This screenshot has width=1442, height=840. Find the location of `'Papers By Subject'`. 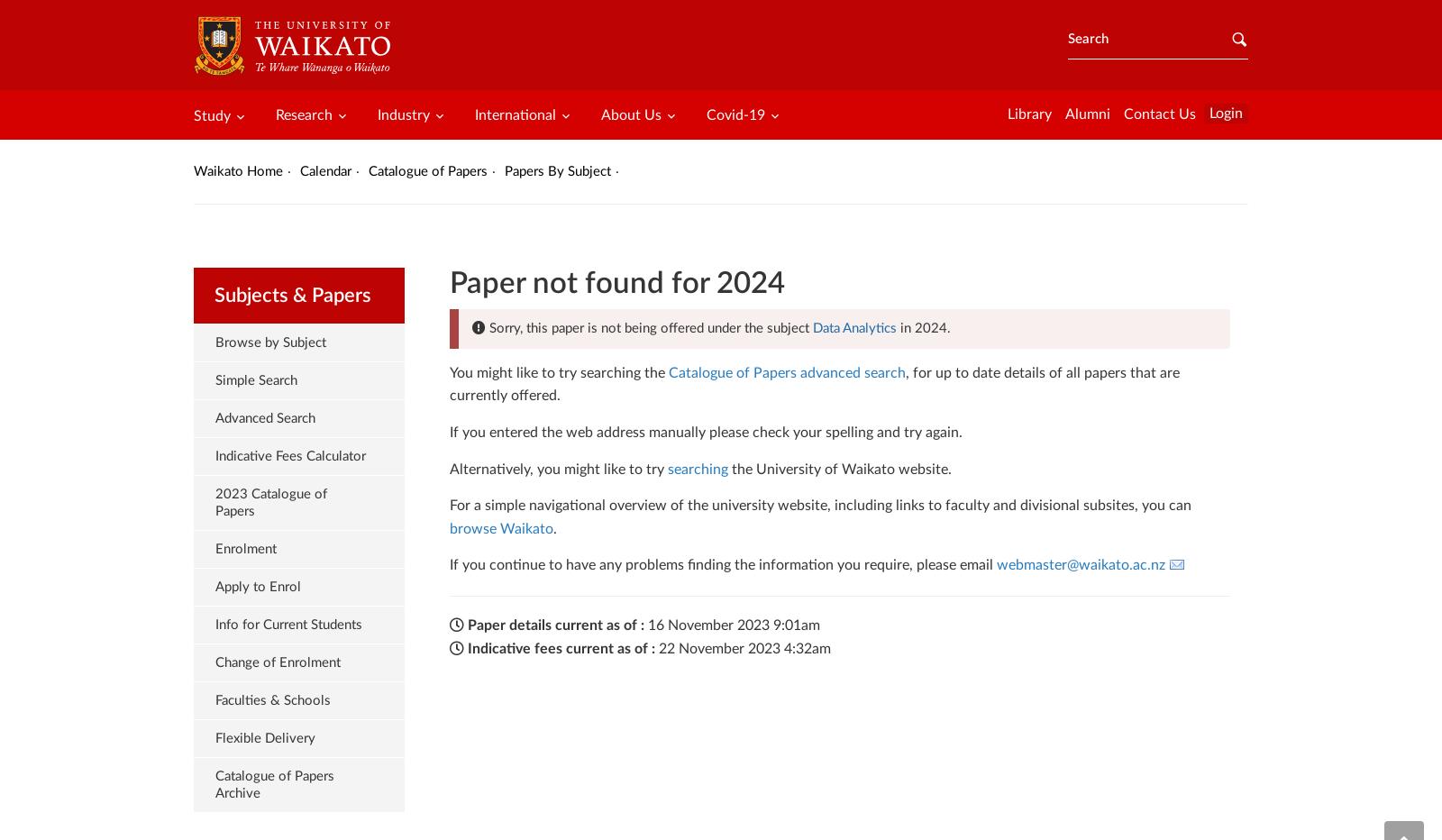

'Papers By Subject' is located at coordinates (558, 171).